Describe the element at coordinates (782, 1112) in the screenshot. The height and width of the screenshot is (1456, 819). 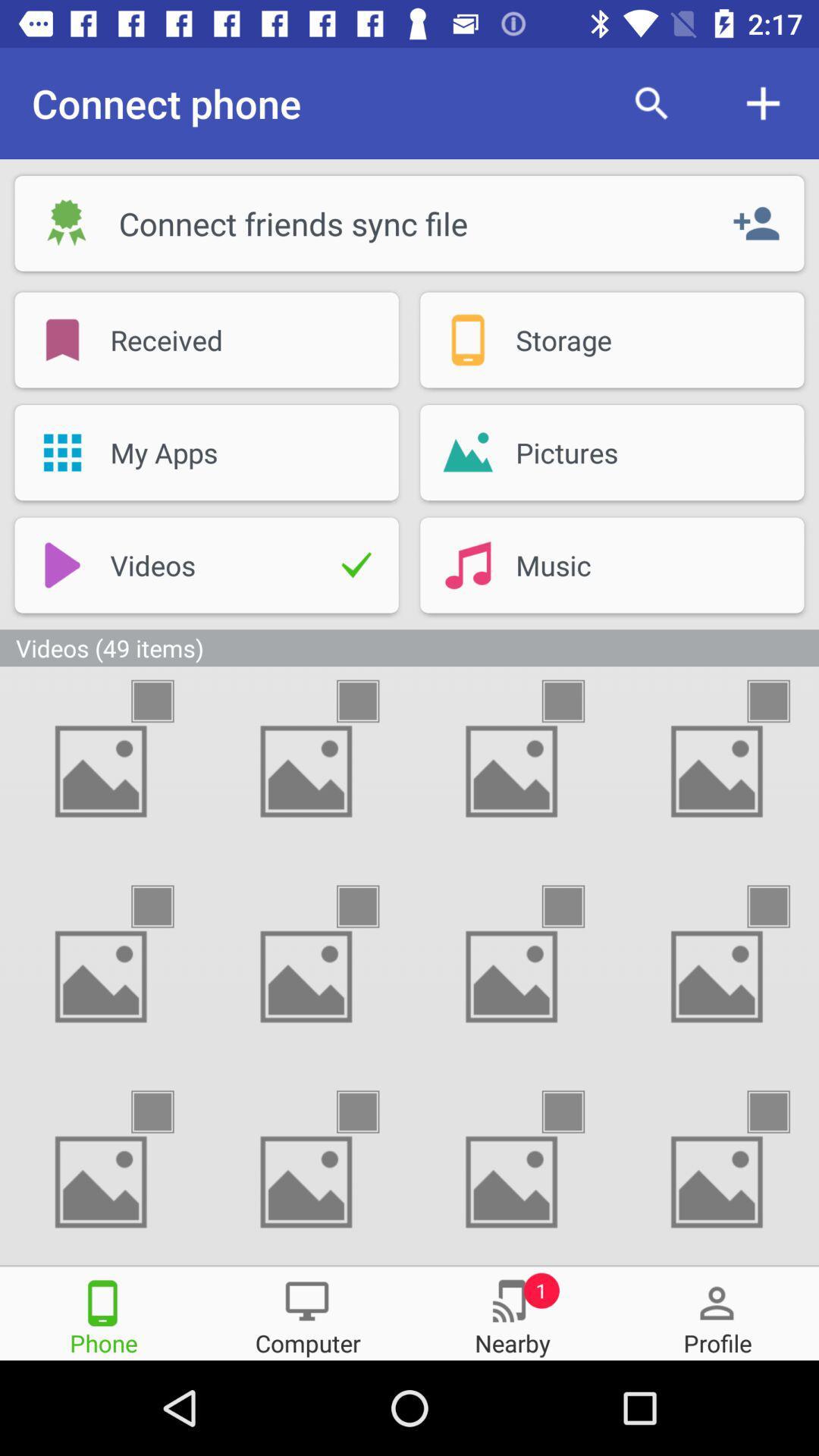
I see `picture` at that location.